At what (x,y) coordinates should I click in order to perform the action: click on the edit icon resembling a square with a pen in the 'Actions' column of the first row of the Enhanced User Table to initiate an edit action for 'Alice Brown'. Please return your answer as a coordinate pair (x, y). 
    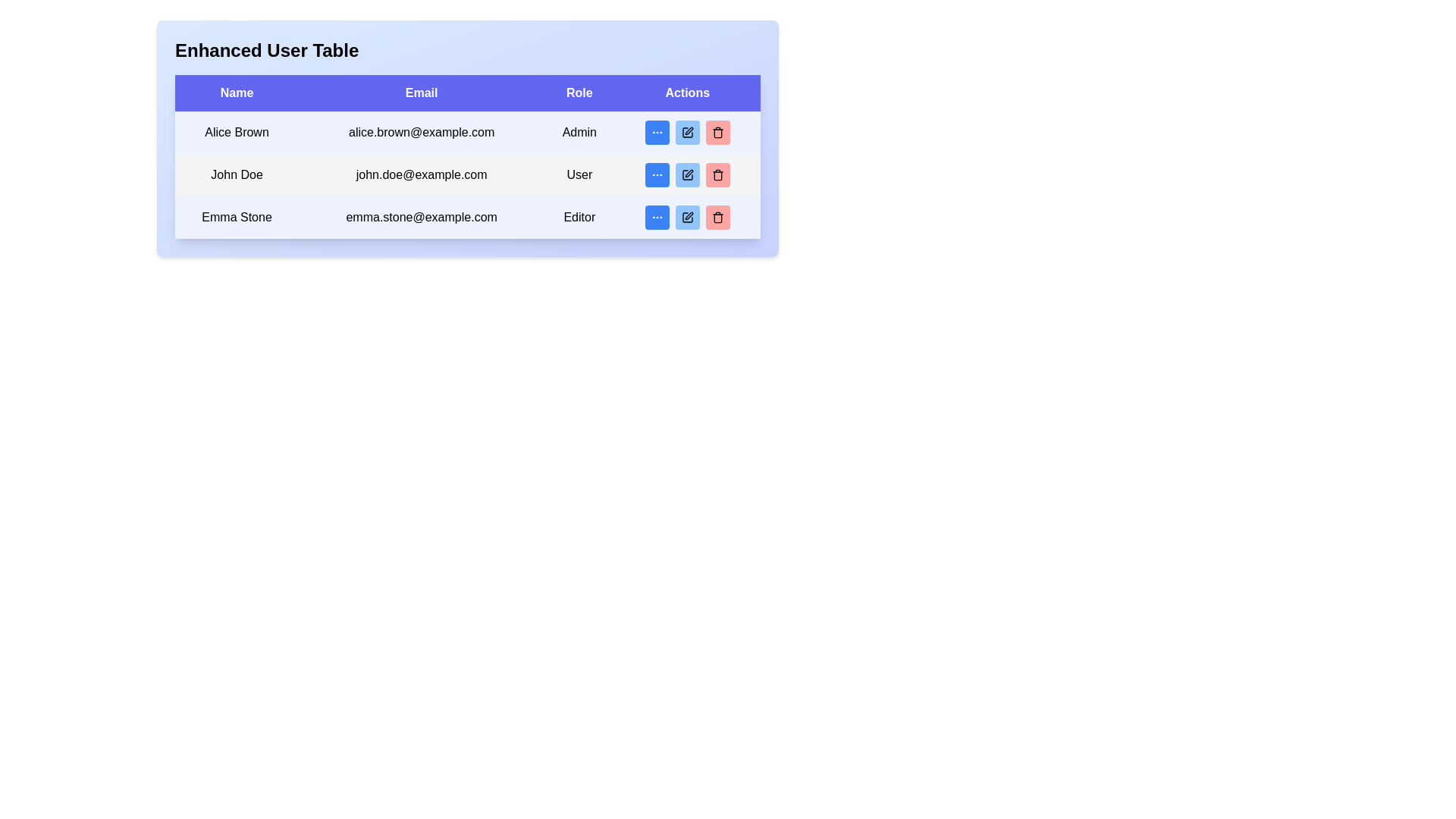
    Looking at the image, I should click on (688, 130).